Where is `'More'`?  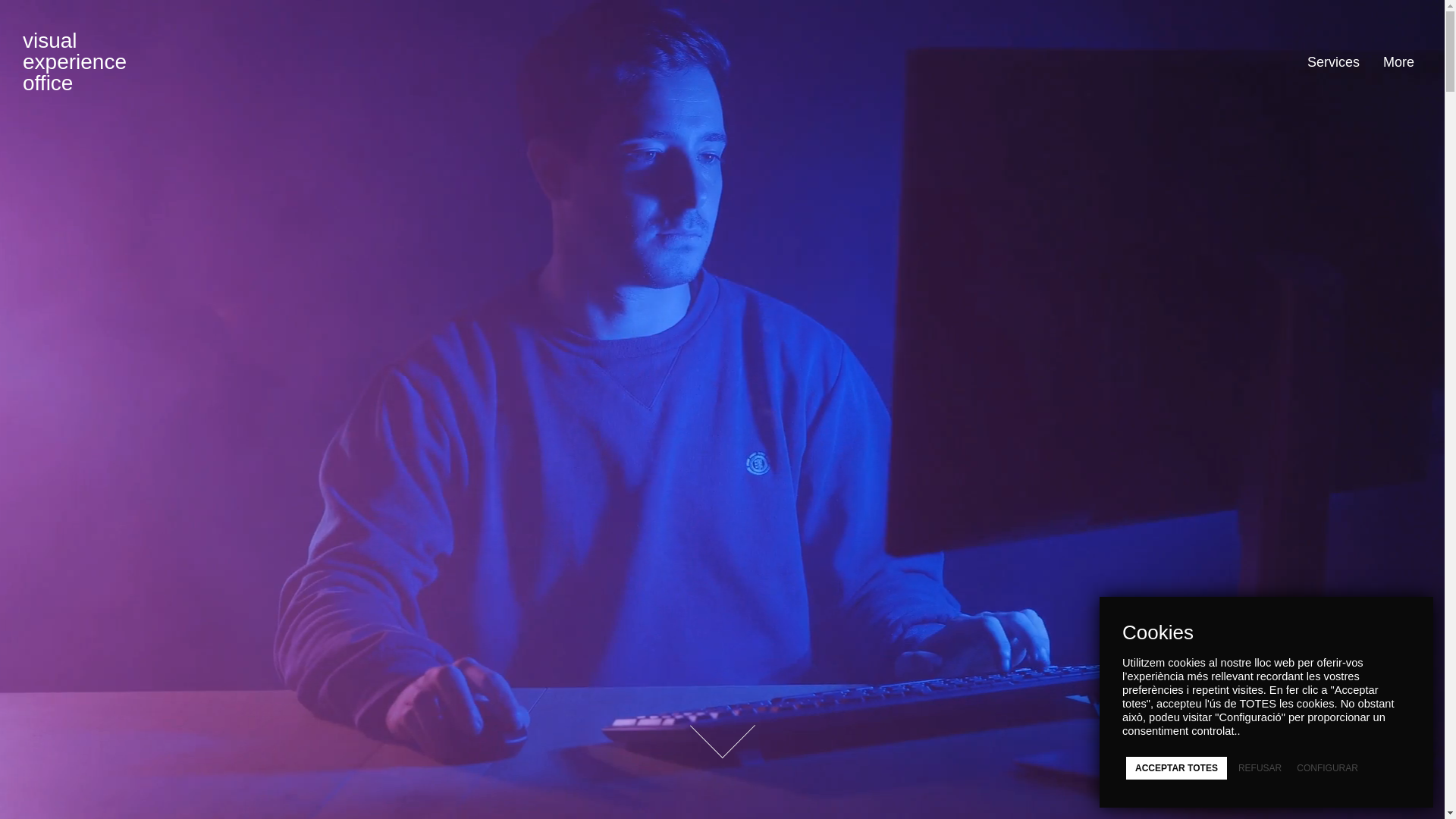
'More' is located at coordinates (1393, 61).